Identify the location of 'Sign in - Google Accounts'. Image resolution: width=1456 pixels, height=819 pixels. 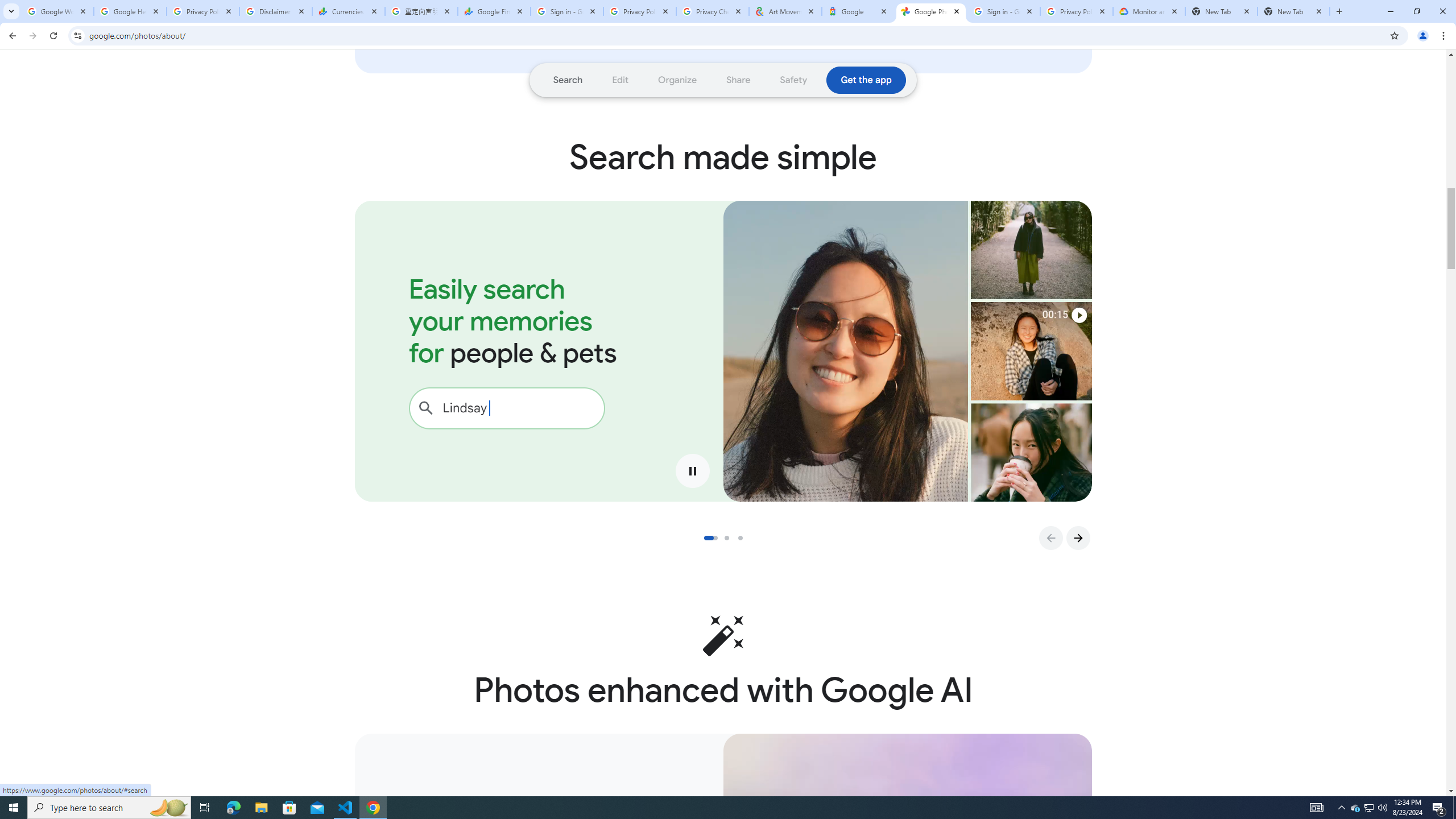
(1004, 11).